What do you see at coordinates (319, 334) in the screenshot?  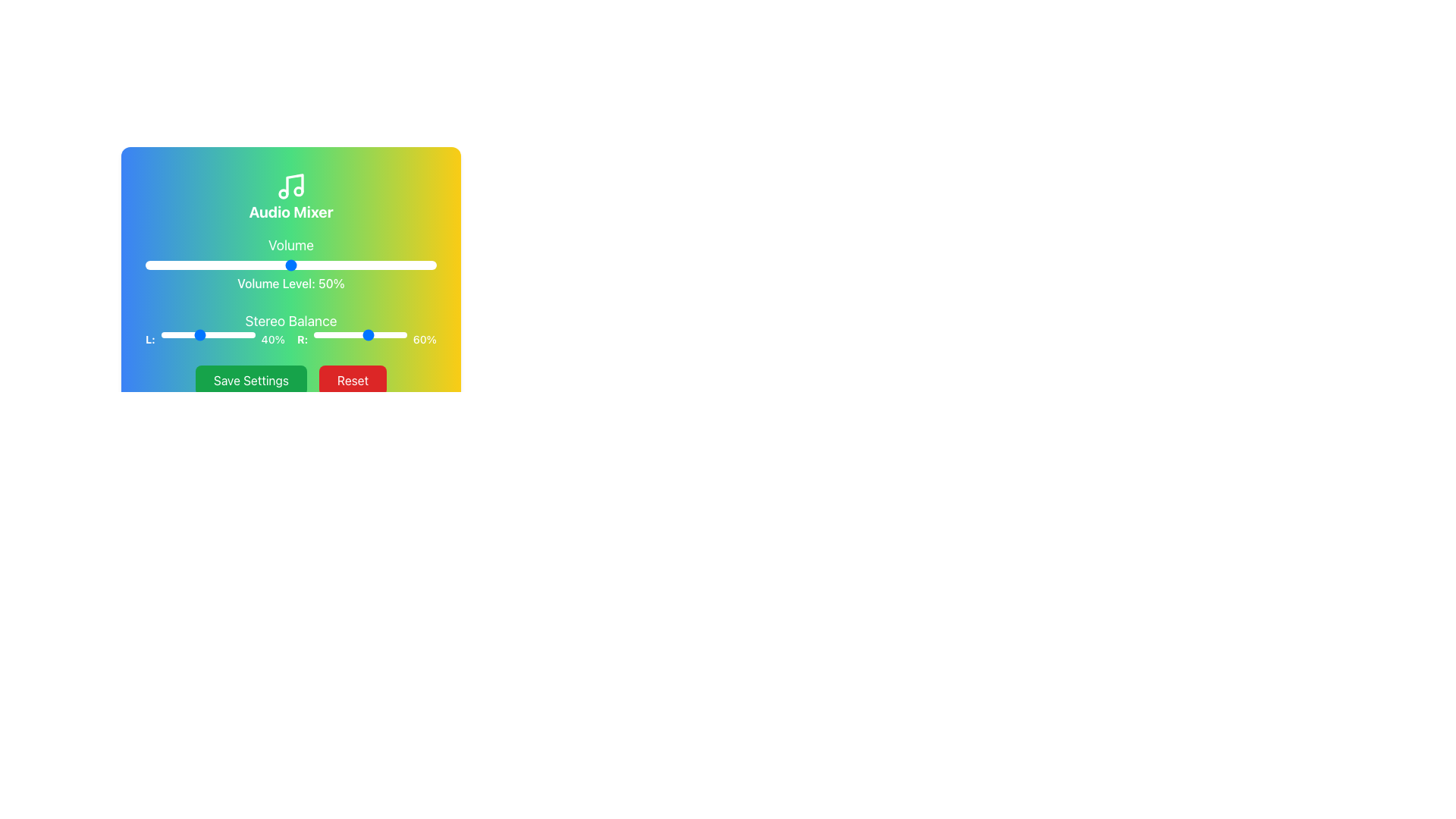 I see `the stereo balance` at bounding box center [319, 334].